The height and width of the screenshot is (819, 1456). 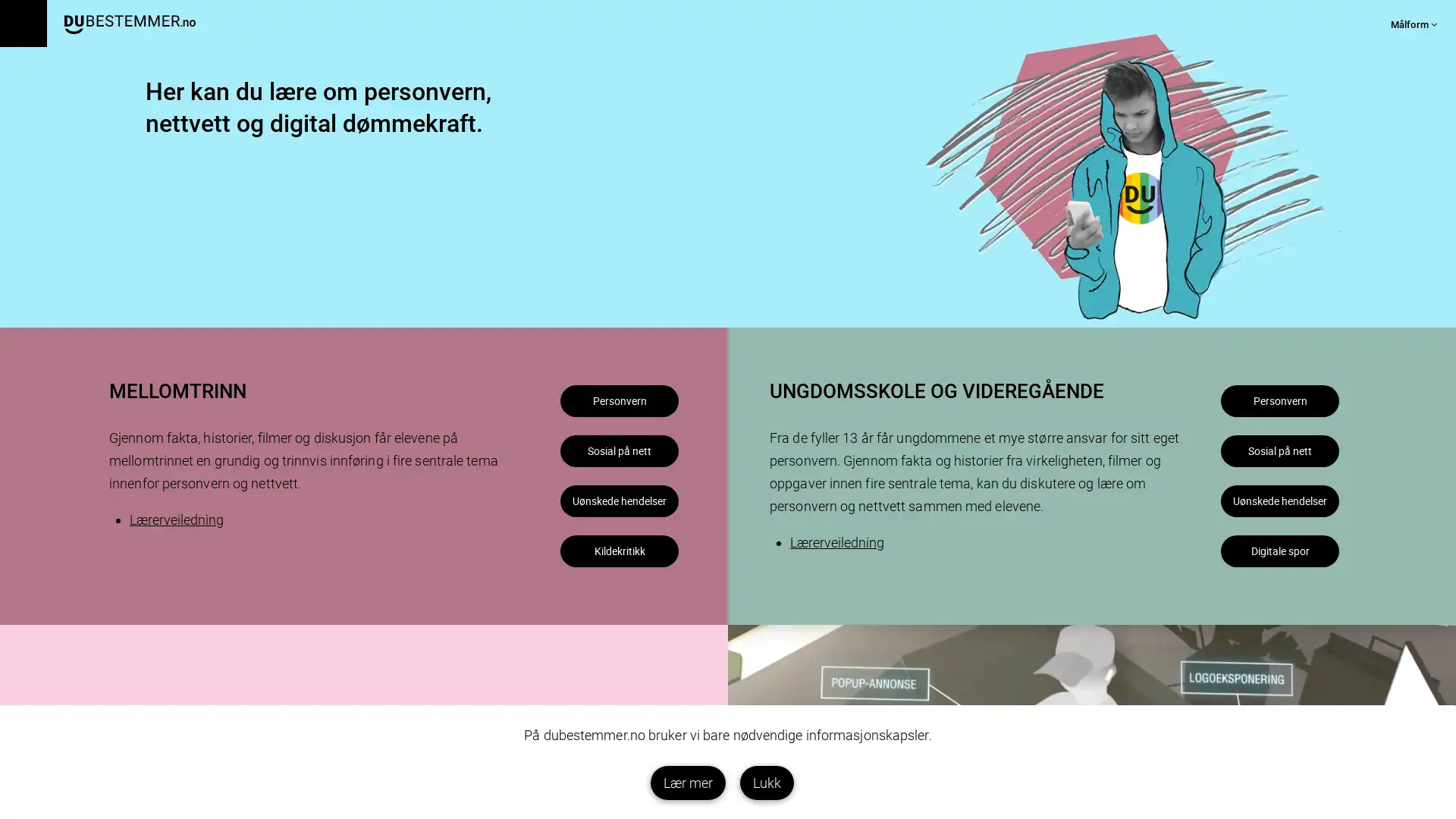 What do you see at coordinates (767, 783) in the screenshot?
I see `Lukk` at bounding box center [767, 783].